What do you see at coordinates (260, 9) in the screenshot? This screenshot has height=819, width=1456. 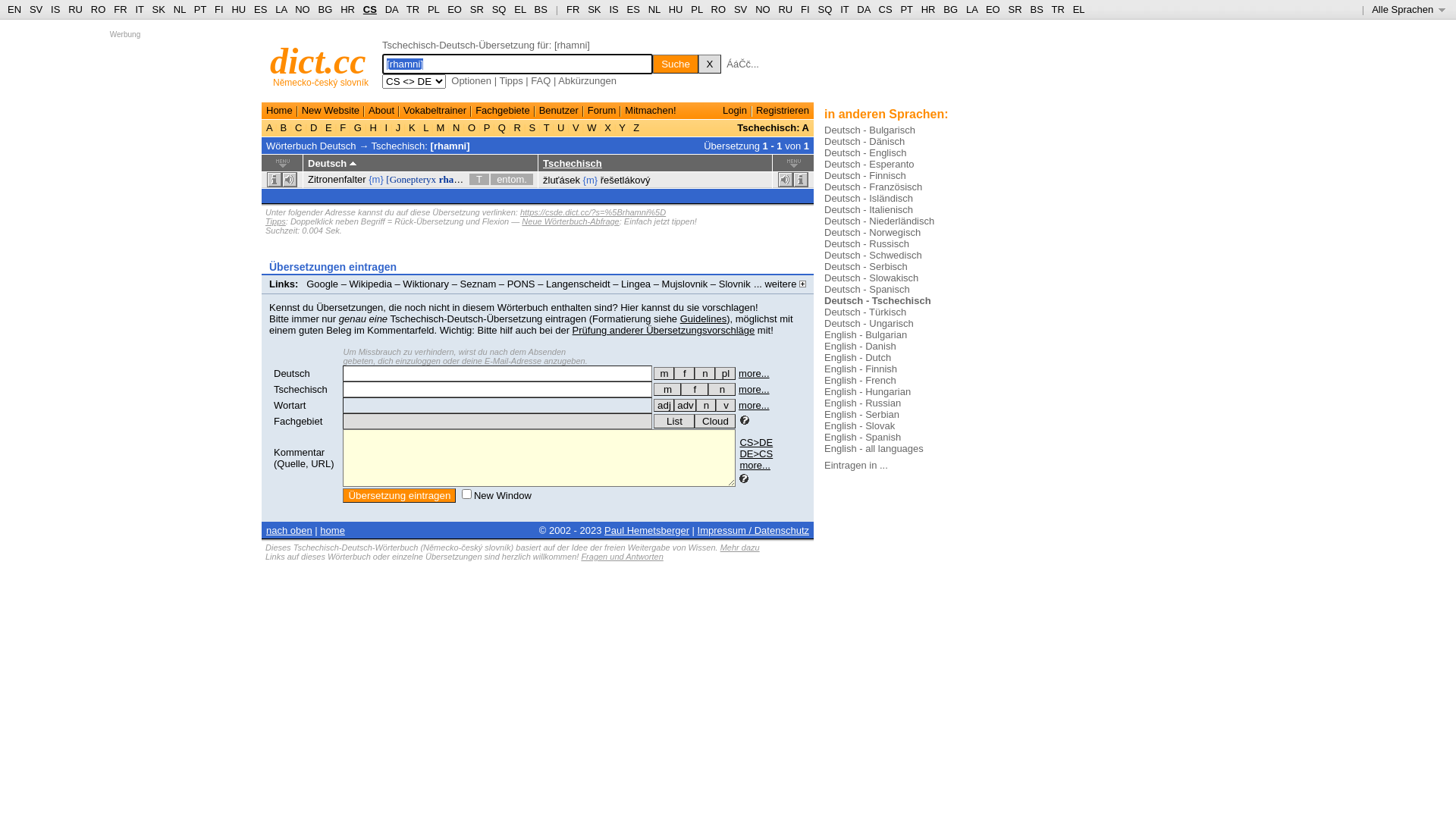 I see `'ES'` at bounding box center [260, 9].